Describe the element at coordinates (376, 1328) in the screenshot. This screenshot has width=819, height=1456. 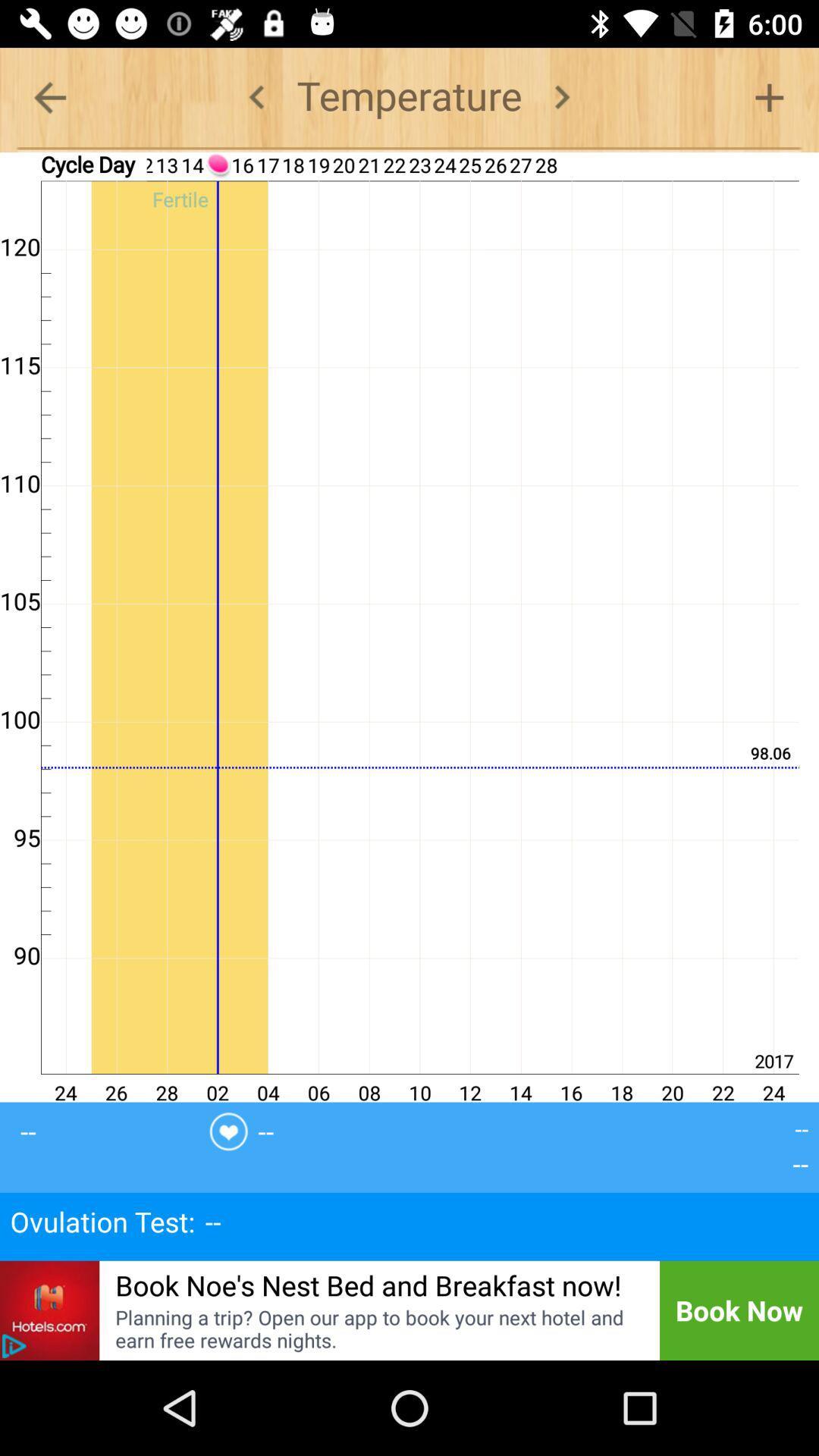
I see `item below book noe s item` at that location.